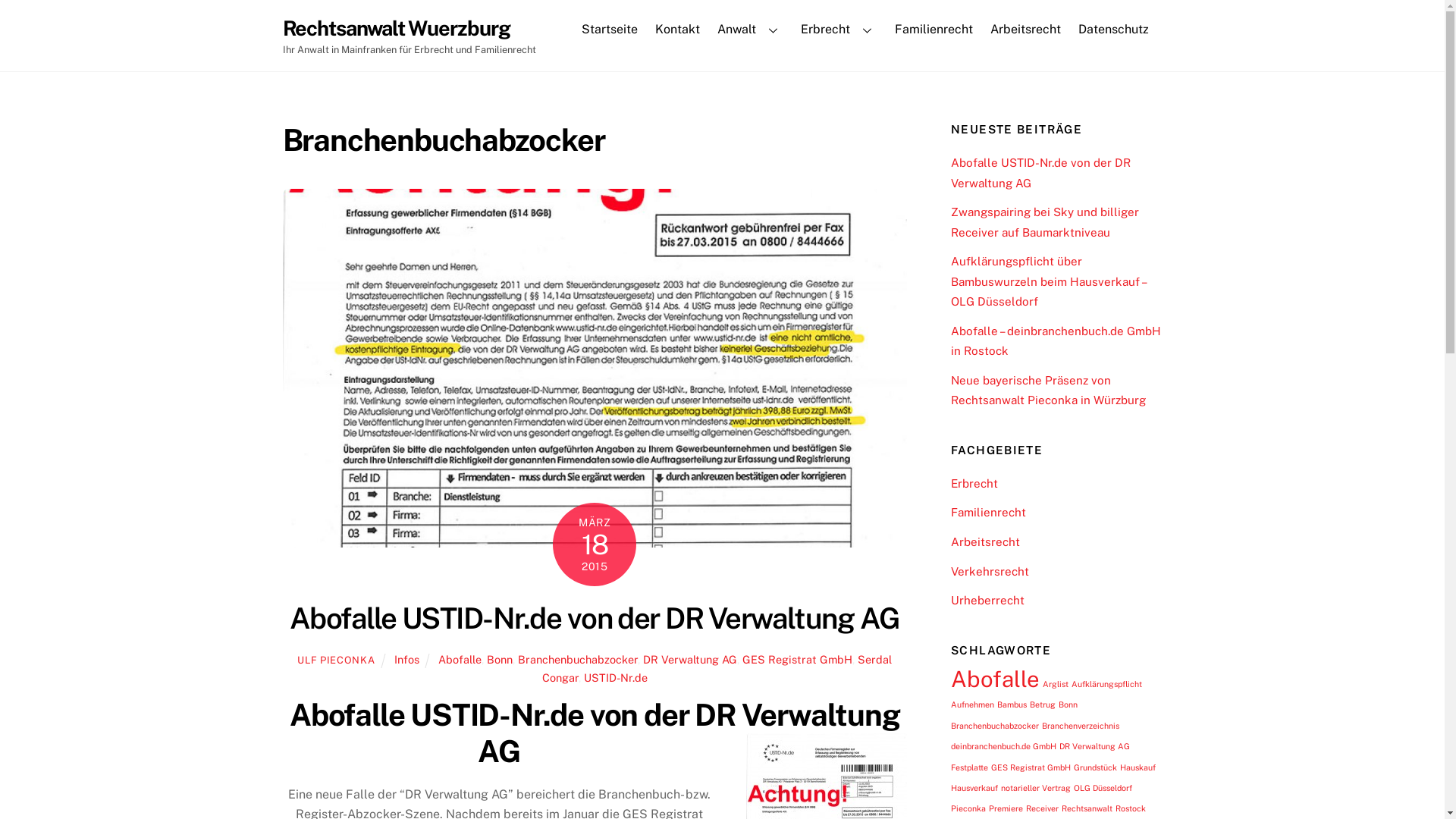 Image resolution: width=1456 pixels, height=819 pixels. I want to click on 'Betrug', so click(1041, 704).